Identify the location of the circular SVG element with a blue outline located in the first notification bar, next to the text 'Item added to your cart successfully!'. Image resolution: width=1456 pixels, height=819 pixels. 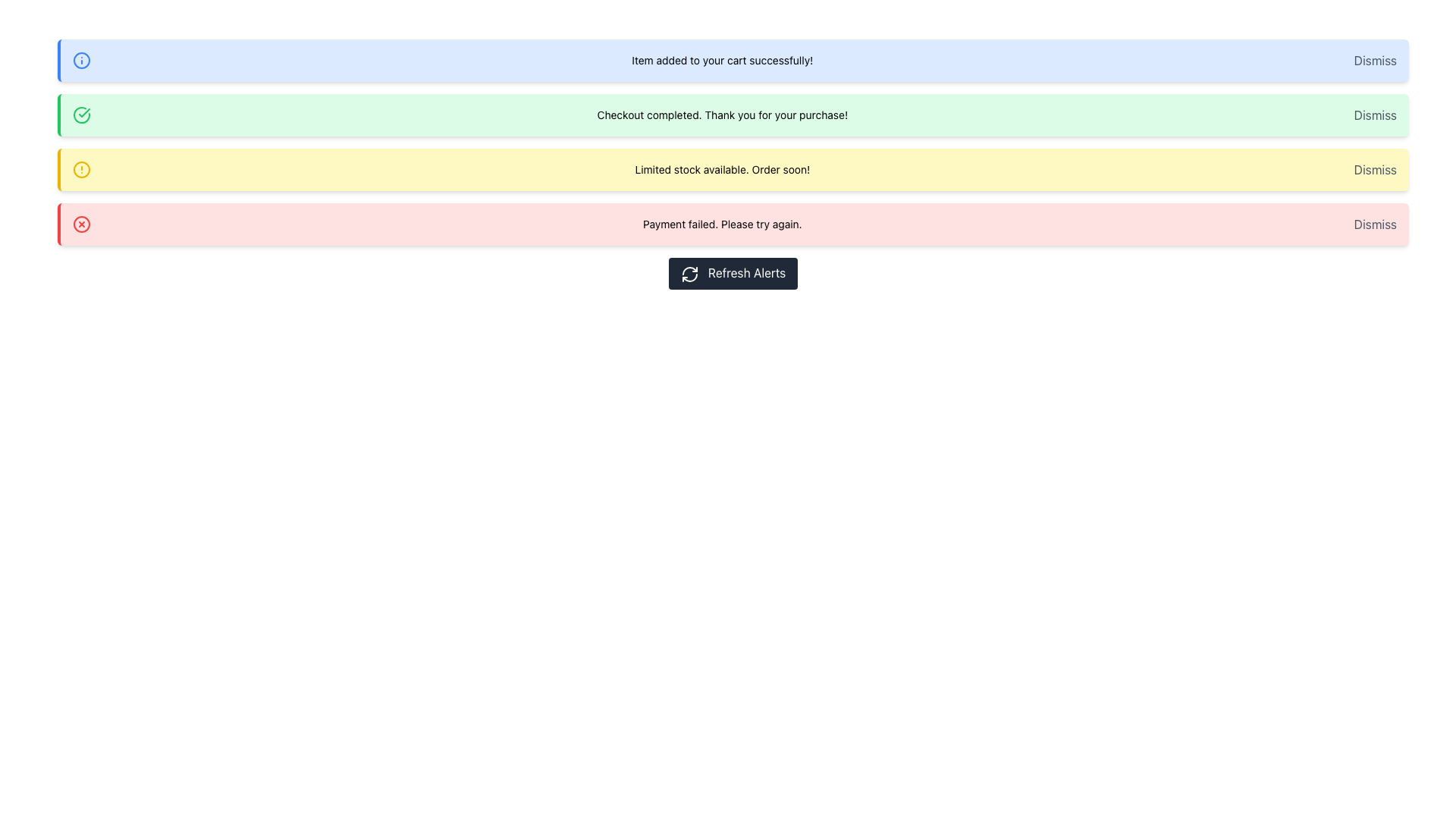
(81, 60).